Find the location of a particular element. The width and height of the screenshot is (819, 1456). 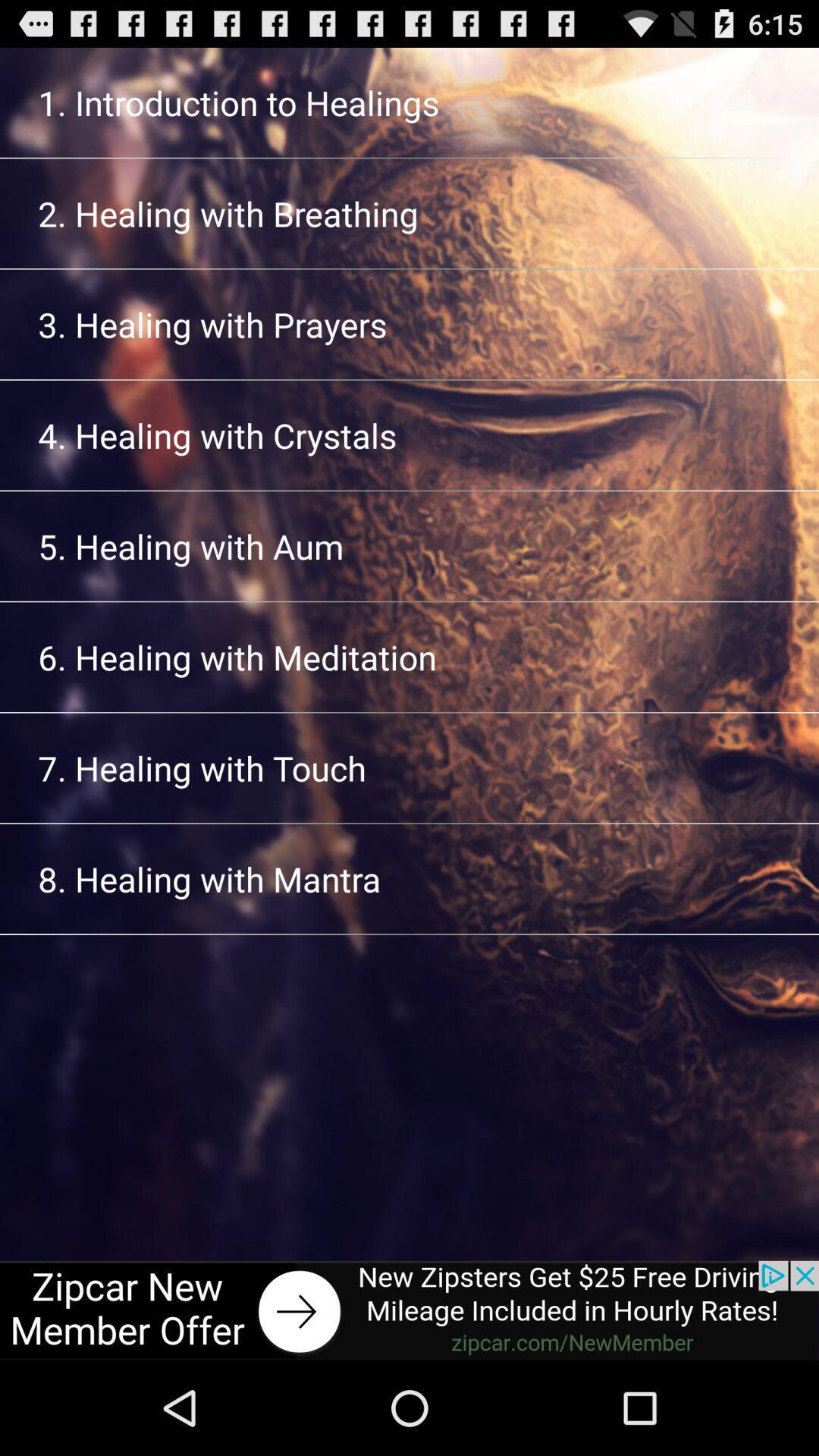

view advertisements options is located at coordinates (409, 1310).